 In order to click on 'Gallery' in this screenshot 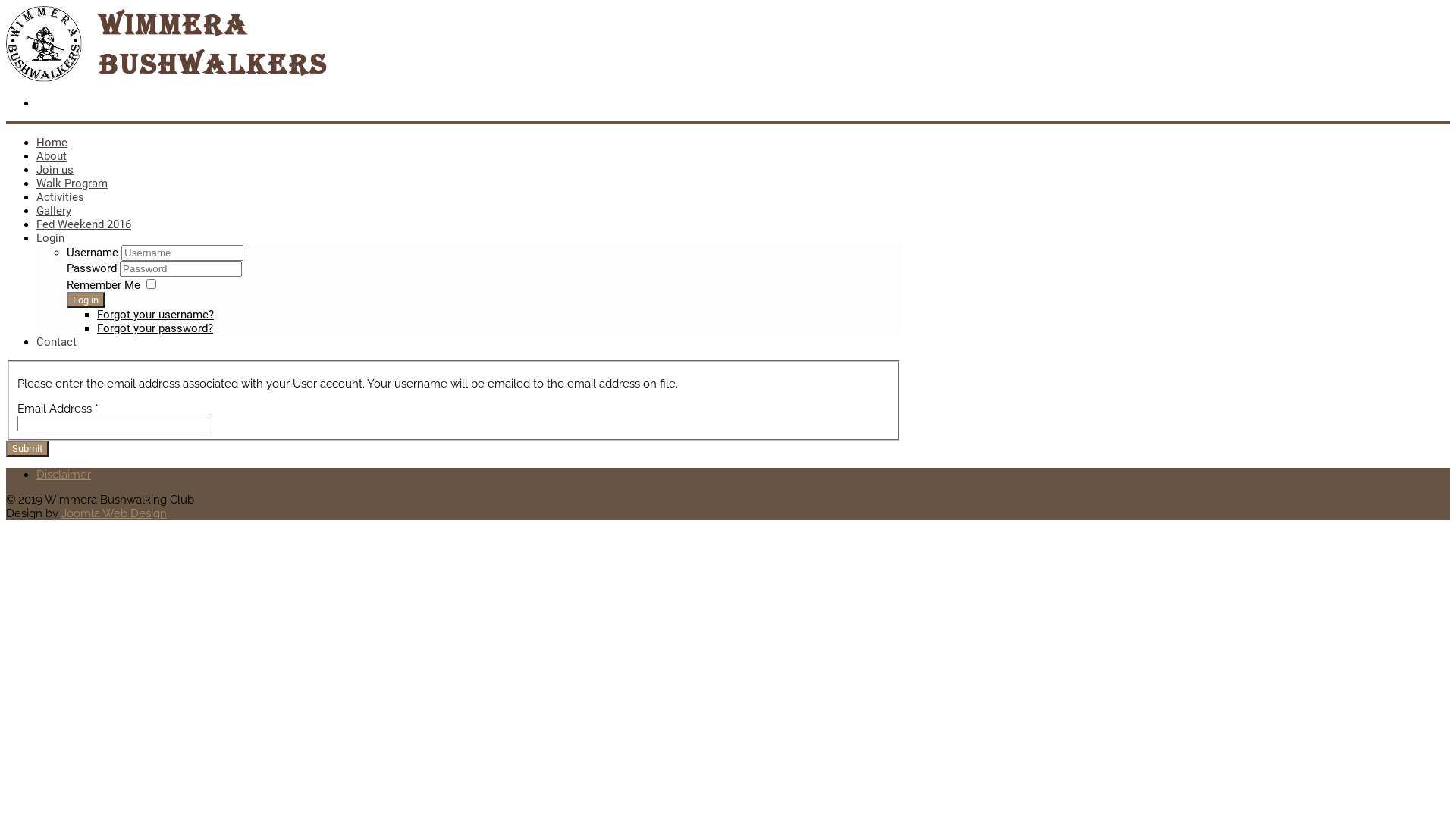, I will do `click(54, 210)`.